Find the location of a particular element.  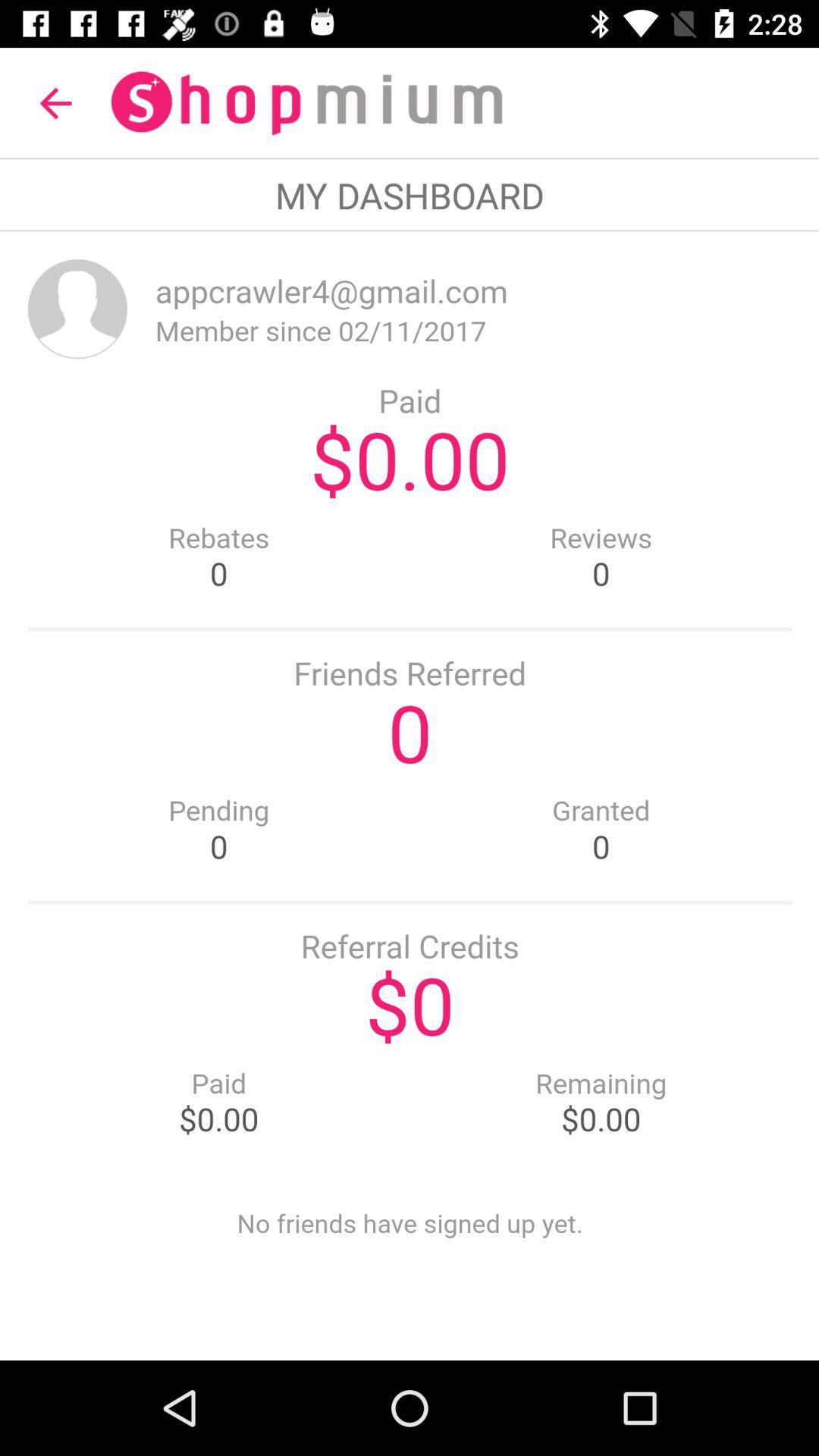

main canvas is located at coordinates (409, 795).